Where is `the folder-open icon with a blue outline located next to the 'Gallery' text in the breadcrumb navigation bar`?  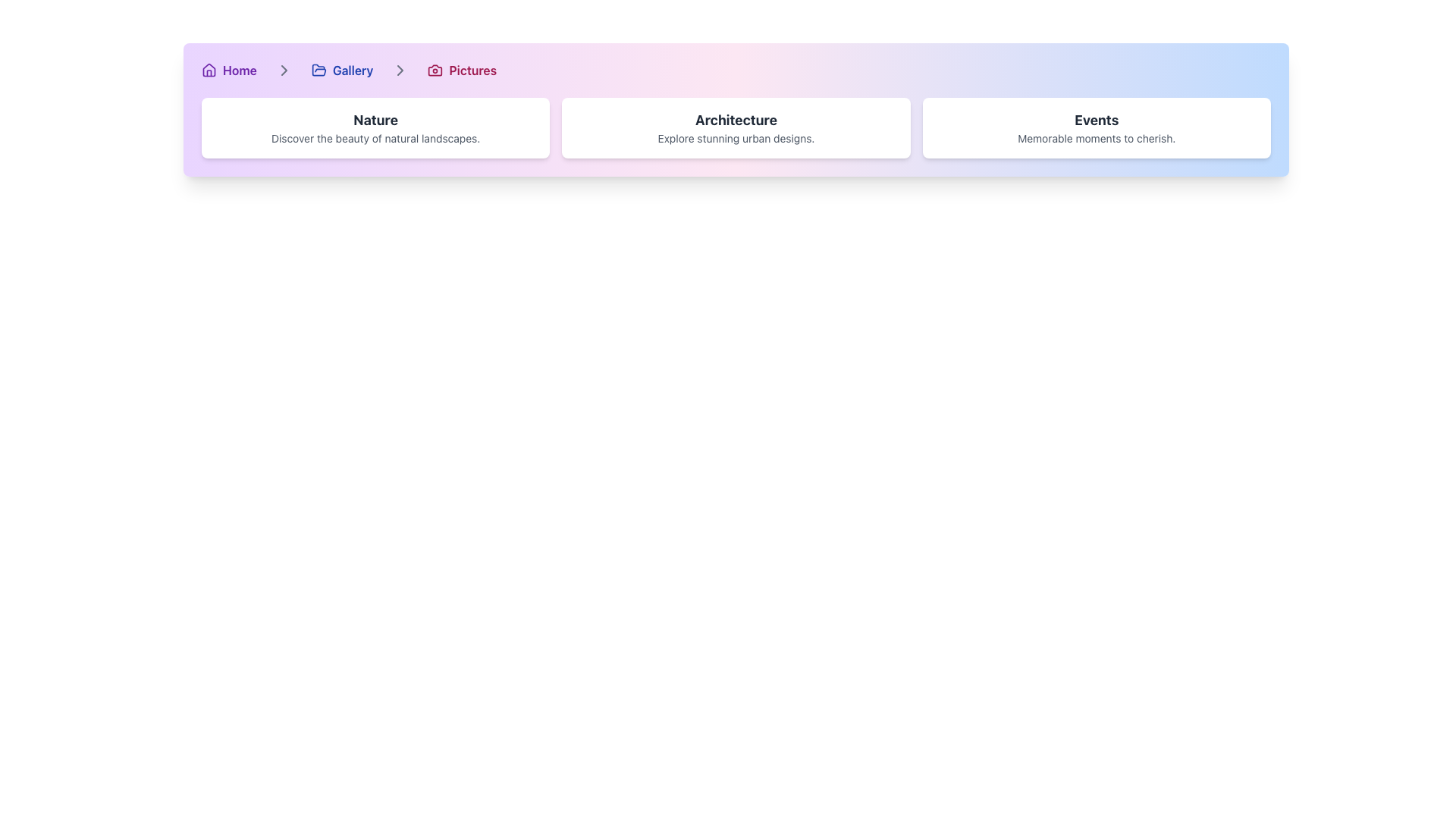 the folder-open icon with a blue outline located next to the 'Gallery' text in the breadcrumb navigation bar is located at coordinates (318, 70).